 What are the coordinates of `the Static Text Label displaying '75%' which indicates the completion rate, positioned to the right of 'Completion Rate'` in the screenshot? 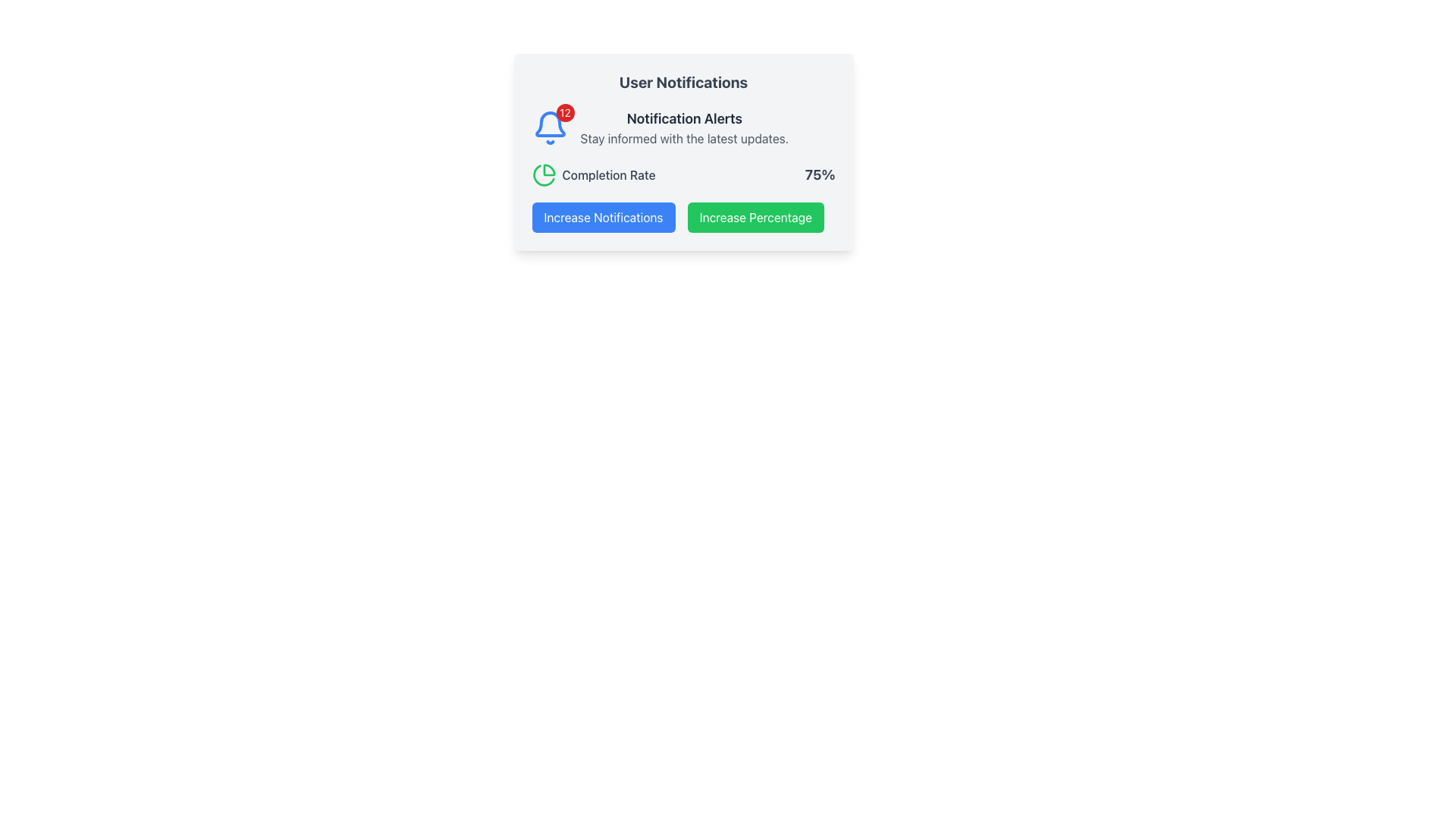 It's located at (819, 174).